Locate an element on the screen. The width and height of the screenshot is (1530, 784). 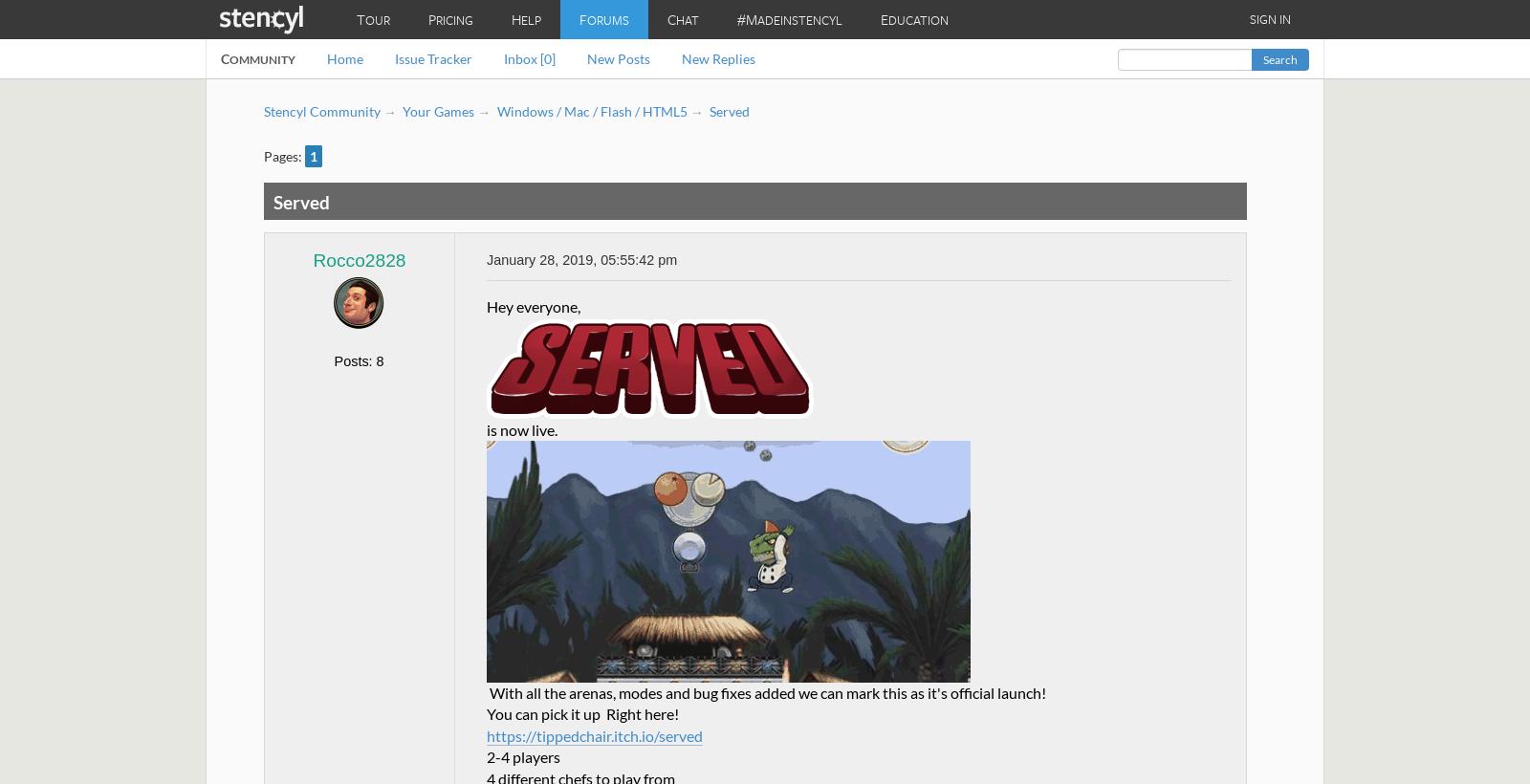
'Search' is located at coordinates (1261, 59).